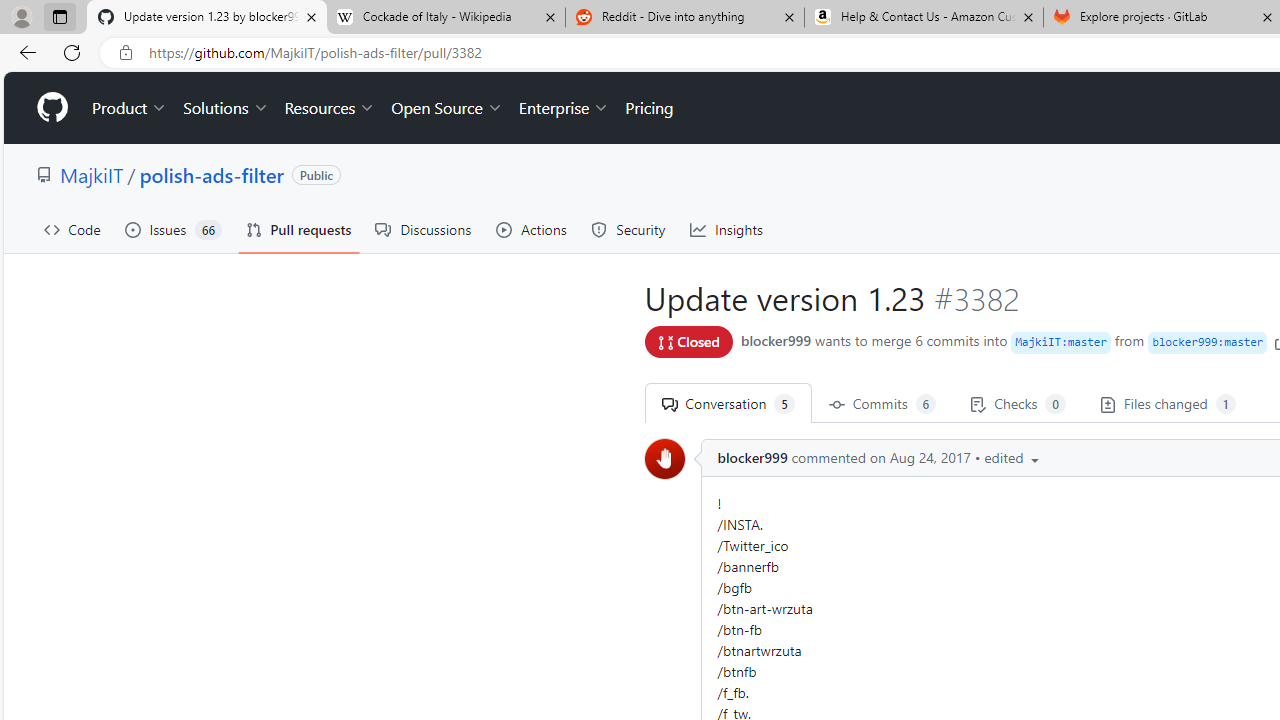  Describe the element at coordinates (627, 229) in the screenshot. I see `'Security'` at that location.